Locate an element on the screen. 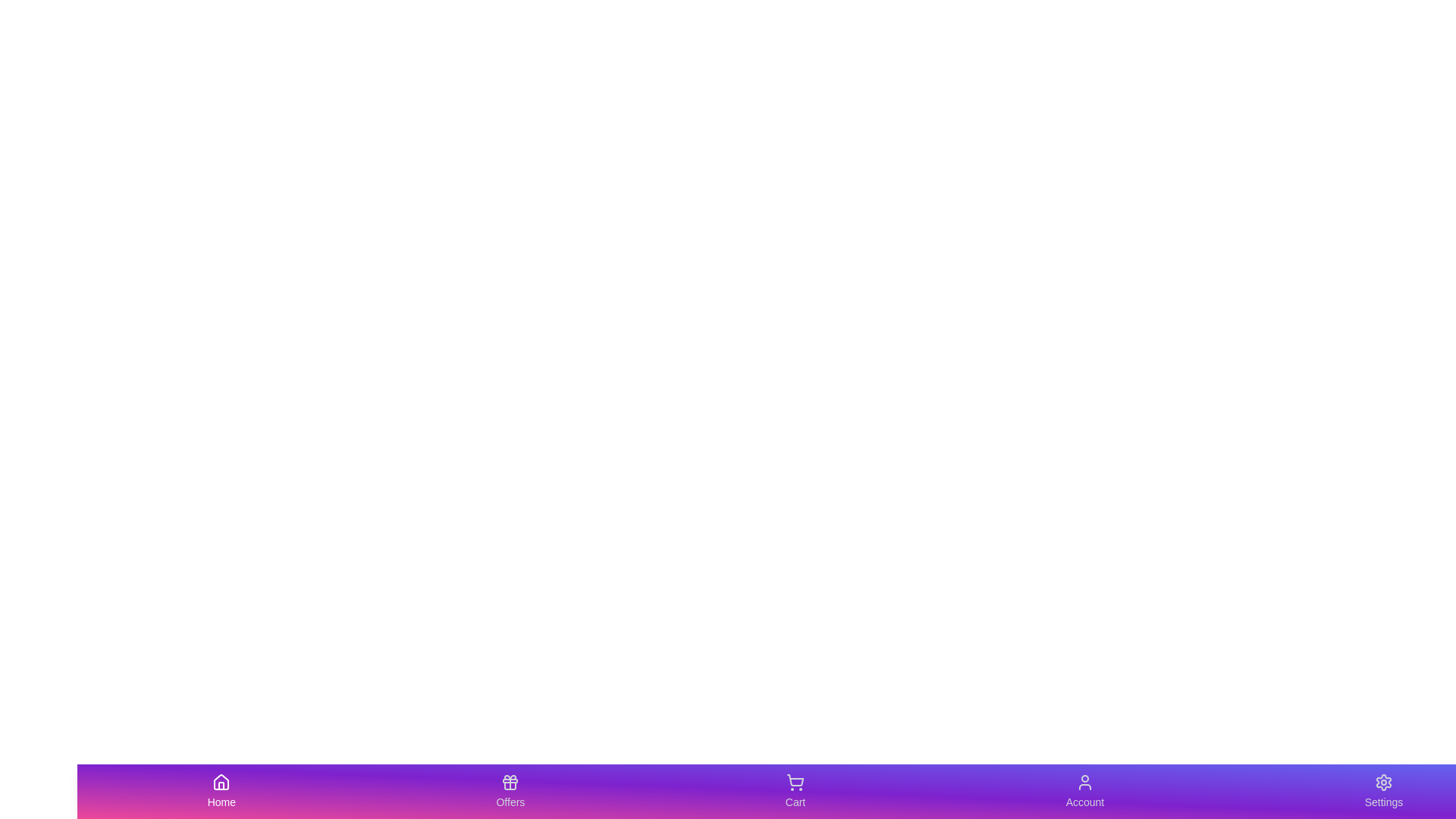 This screenshot has width=1456, height=819. the tab labeled Offers is located at coordinates (510, 791).